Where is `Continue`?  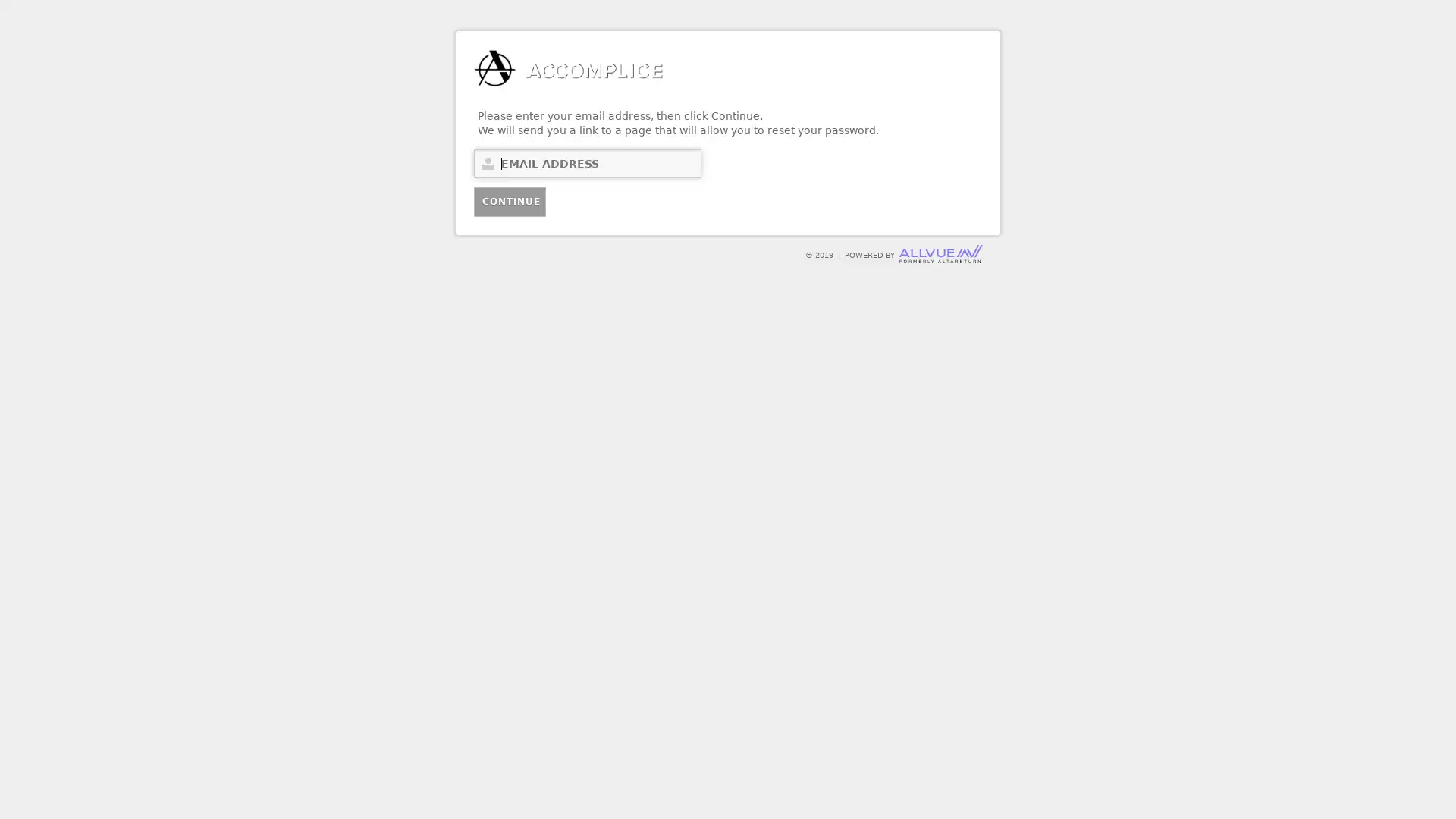 Continue is located at coordinates (510, 201).